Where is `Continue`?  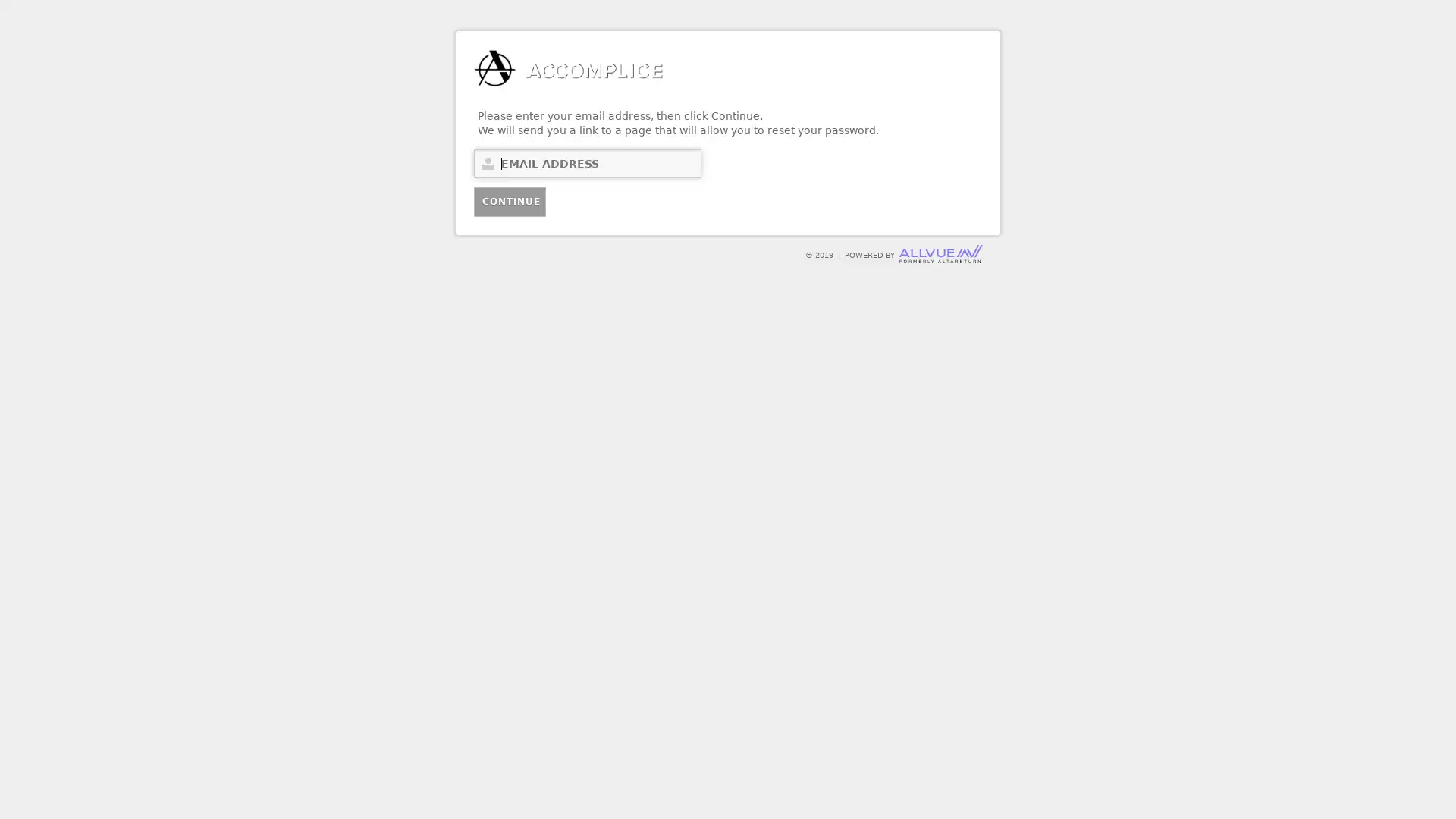 Continue is located at coordinates (510, 201).